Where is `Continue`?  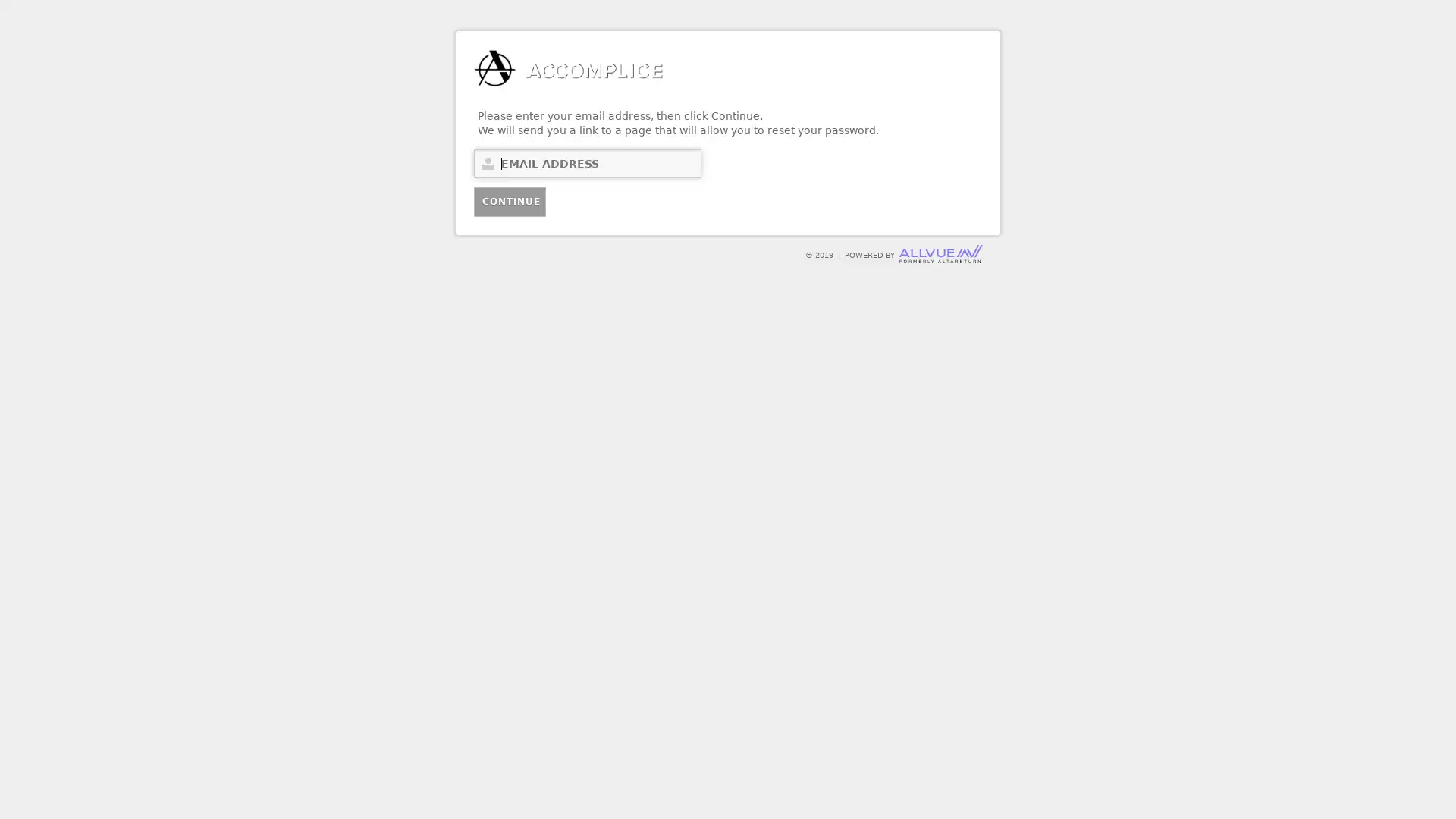 Continue is located at coordinates (510, 201).